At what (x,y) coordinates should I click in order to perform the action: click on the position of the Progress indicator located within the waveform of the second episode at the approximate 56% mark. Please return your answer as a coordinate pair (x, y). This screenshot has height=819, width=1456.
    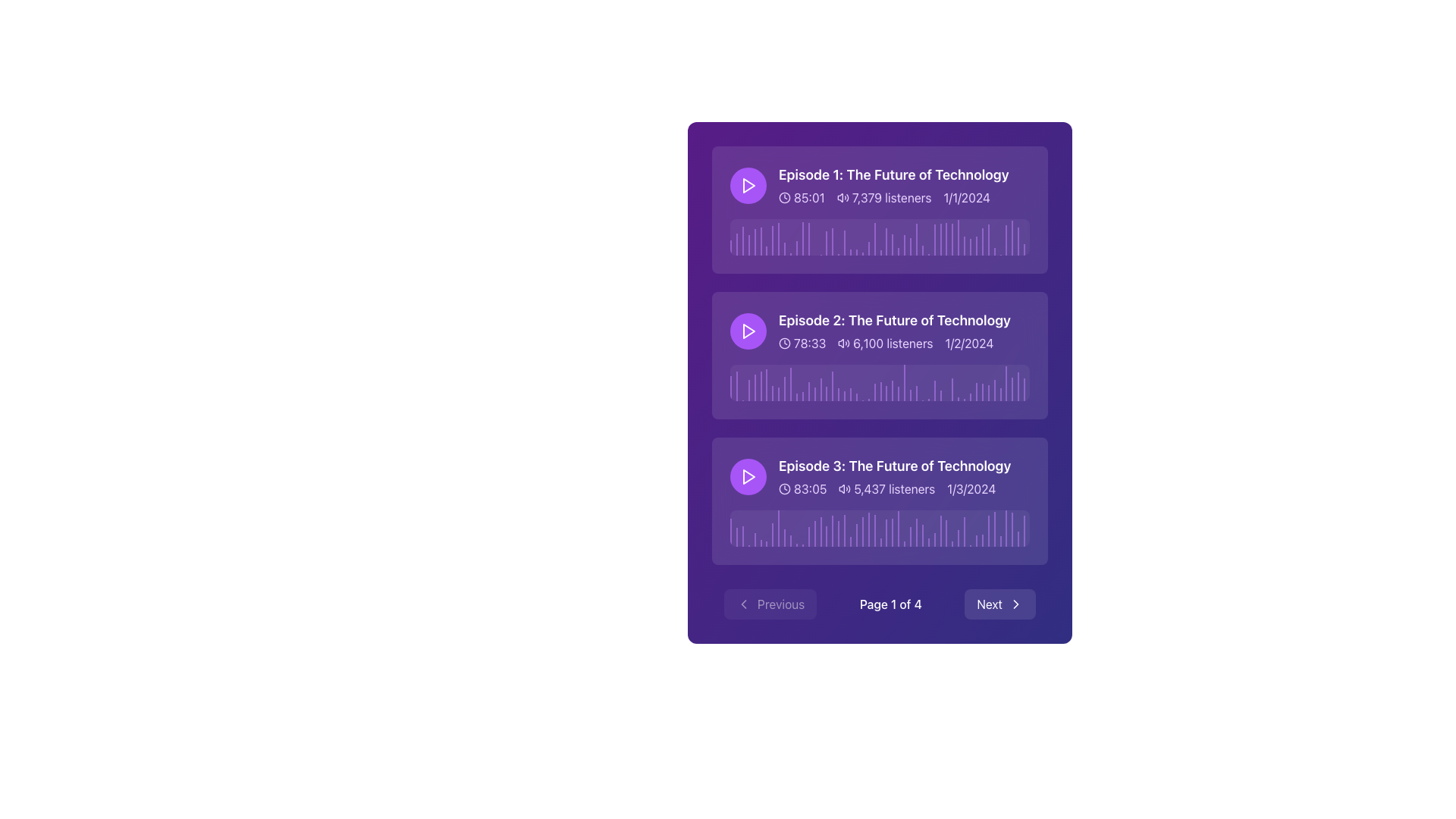
    Looking at the image, I should click on (899, 393).